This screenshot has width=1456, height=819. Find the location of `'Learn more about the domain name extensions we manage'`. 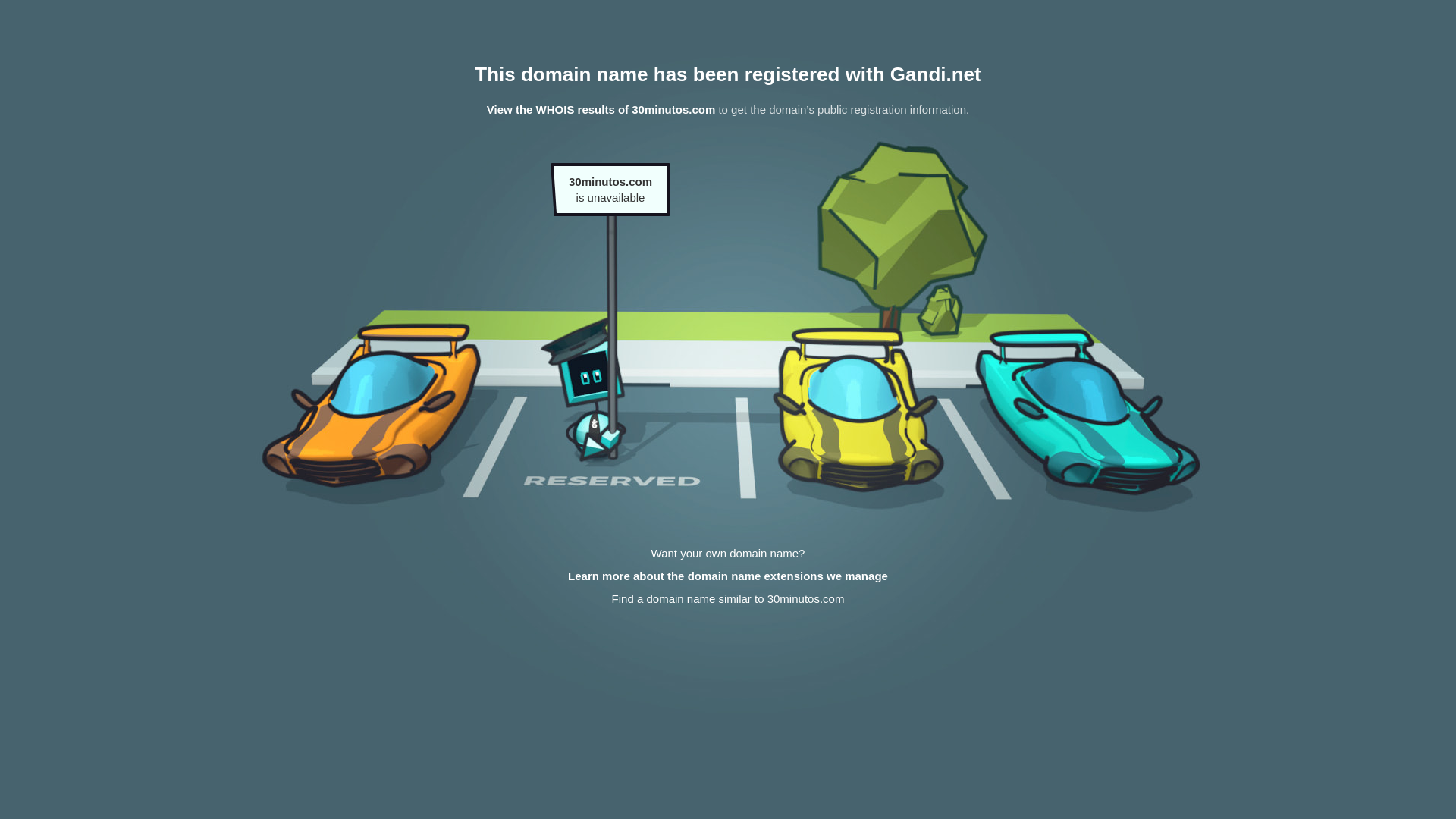

'Learn more about the domain name extensions we manage' is located at coordinates (728, 576).